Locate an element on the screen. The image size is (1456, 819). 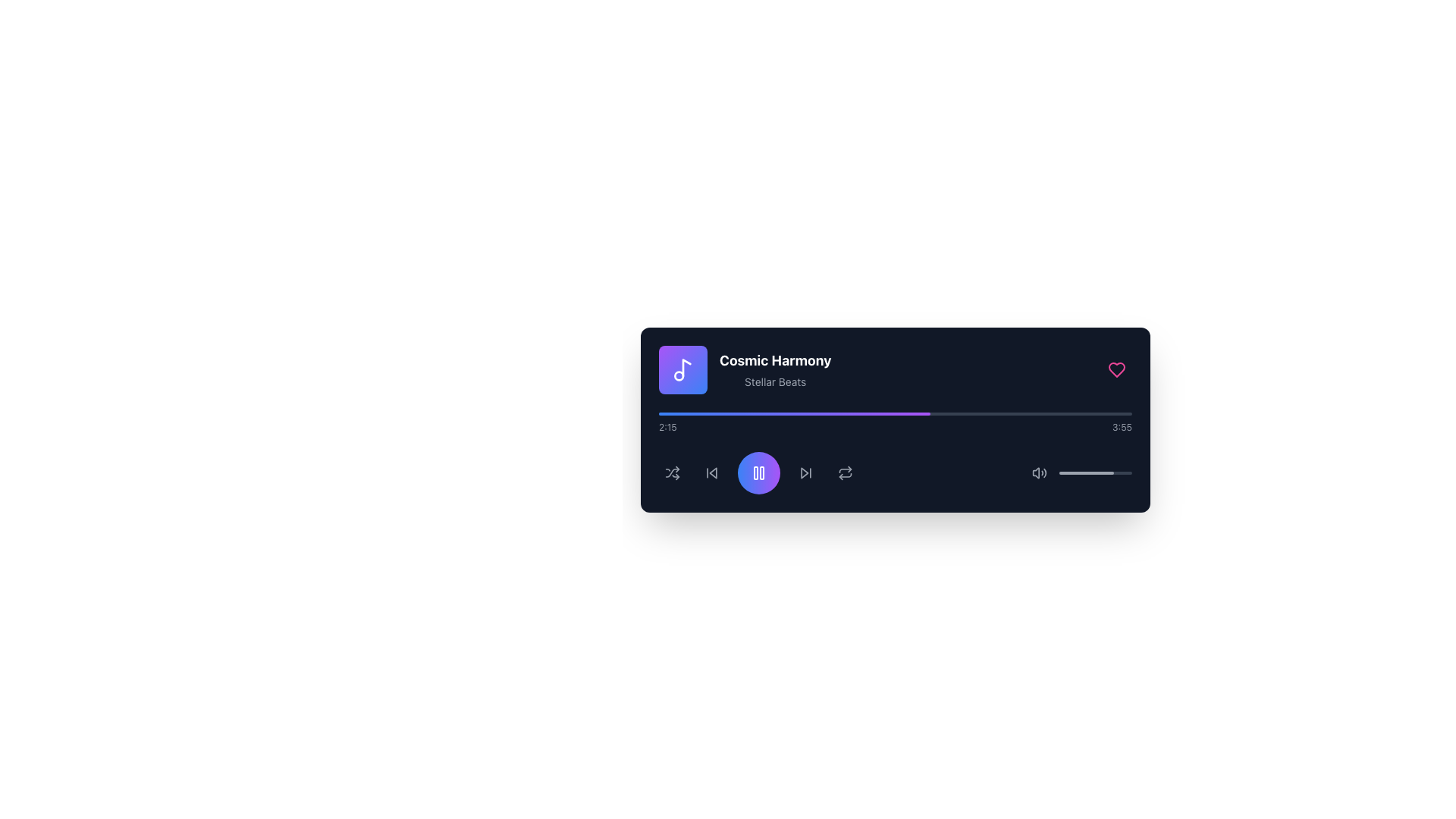
the shuffle button on the control panel is located at coordinates (672, 472).